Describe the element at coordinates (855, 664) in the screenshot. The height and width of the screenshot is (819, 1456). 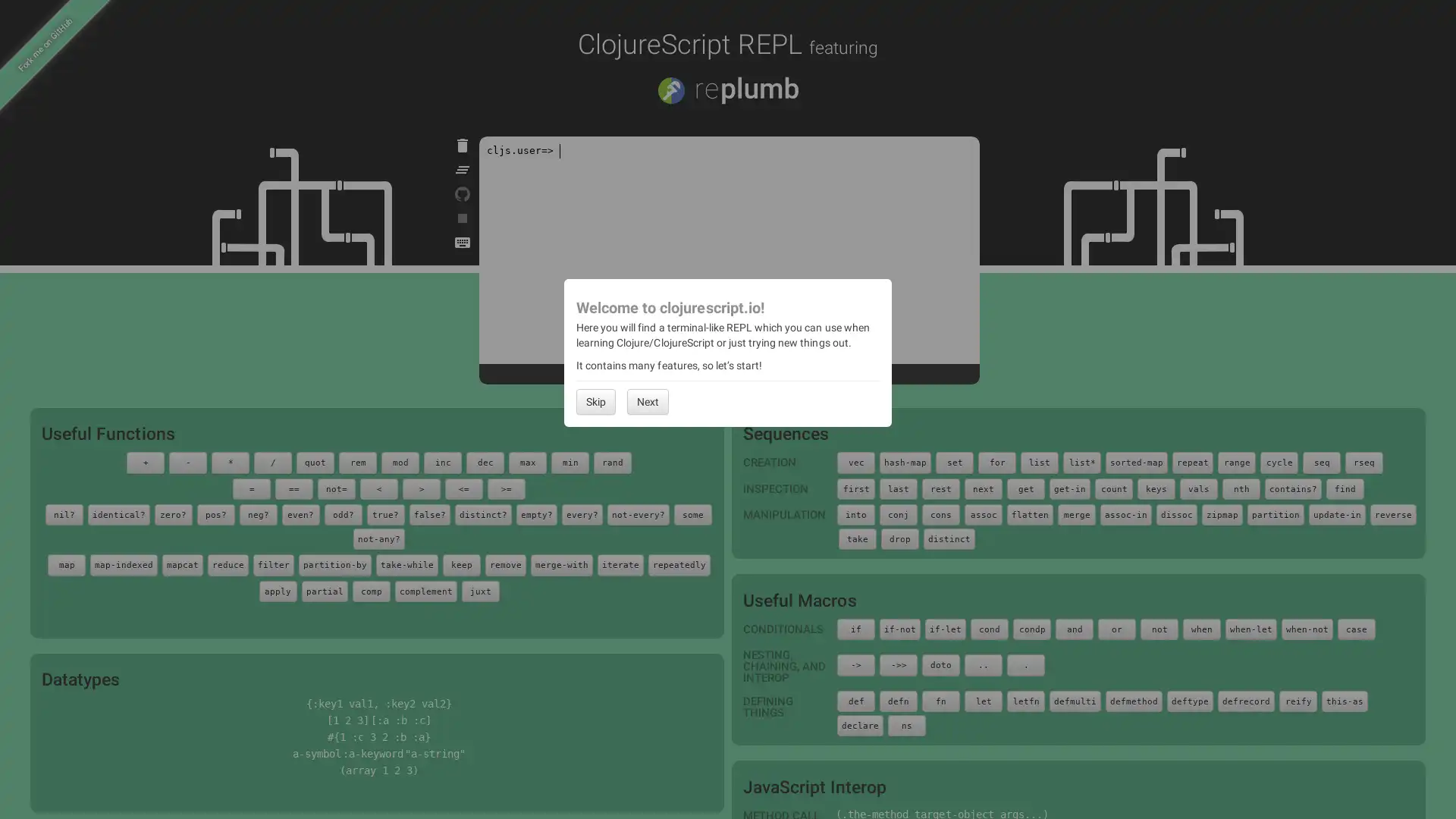
I see `->` at that location.